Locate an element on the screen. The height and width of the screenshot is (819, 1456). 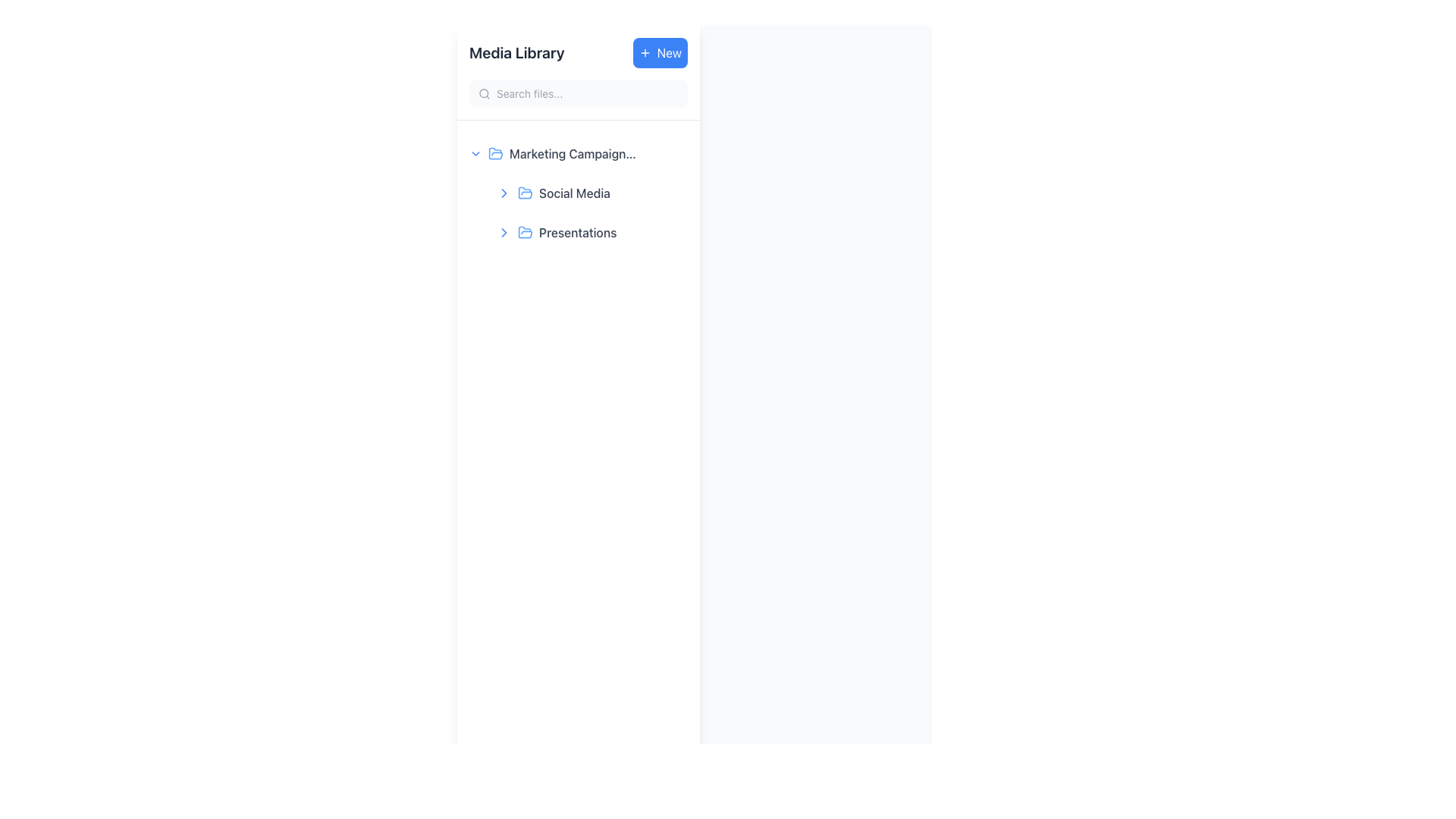
the downward-pointing chevron icon in the collapsible 'Marketing Campaigns' folder for accessibility is located at coordinates (504, 192).